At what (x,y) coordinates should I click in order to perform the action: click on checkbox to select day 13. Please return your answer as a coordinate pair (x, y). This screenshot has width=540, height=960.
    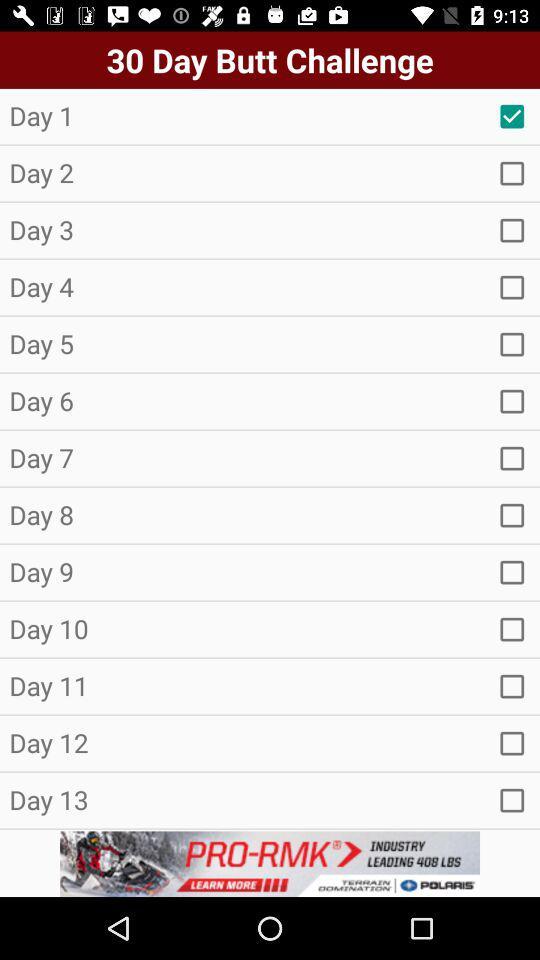
    Looking at the image, I should click on (512, 800).